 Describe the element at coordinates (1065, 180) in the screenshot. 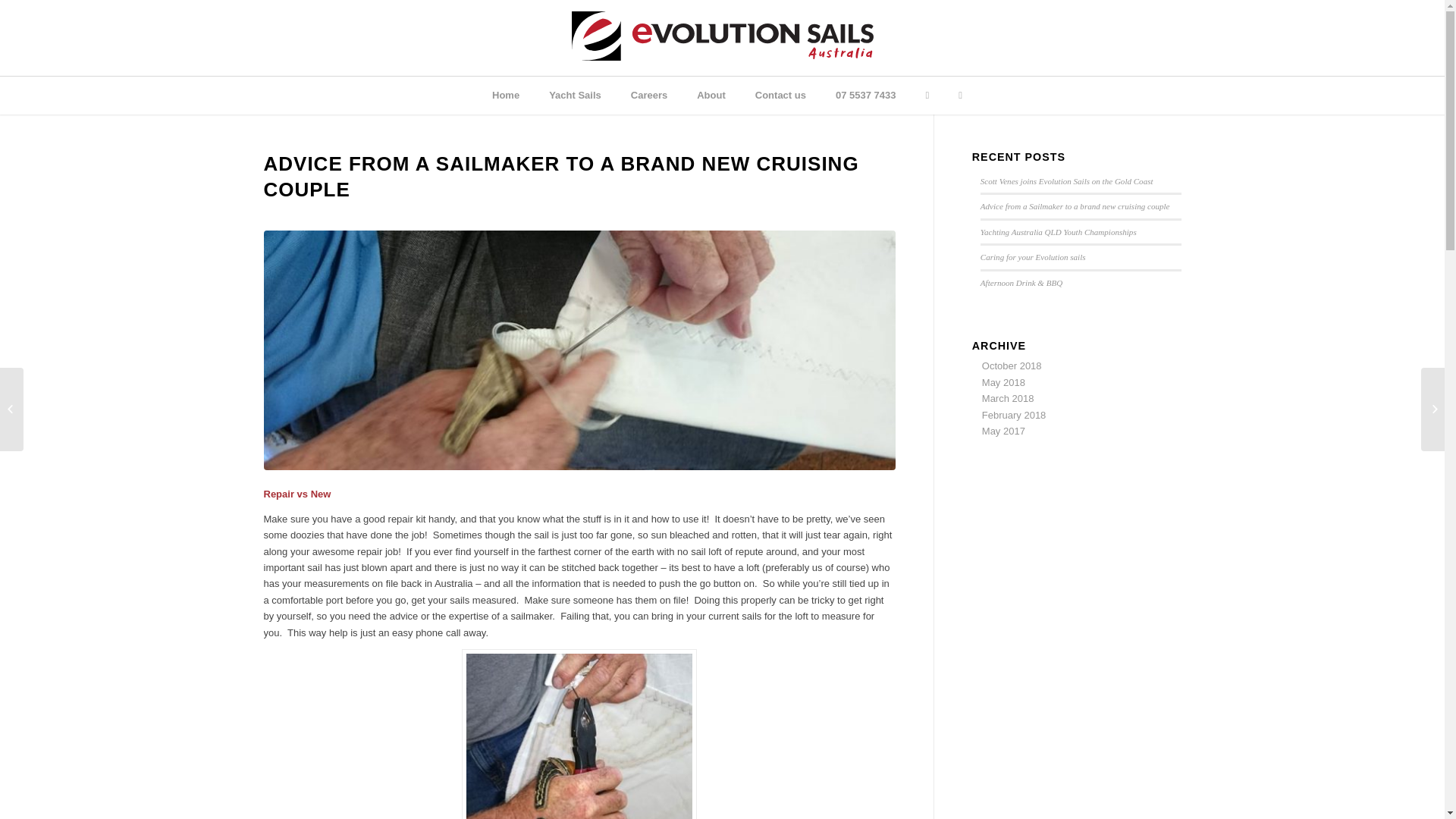

I see `'Scott Venes joins Evolution Sails on the Gold Coast'` at that location.